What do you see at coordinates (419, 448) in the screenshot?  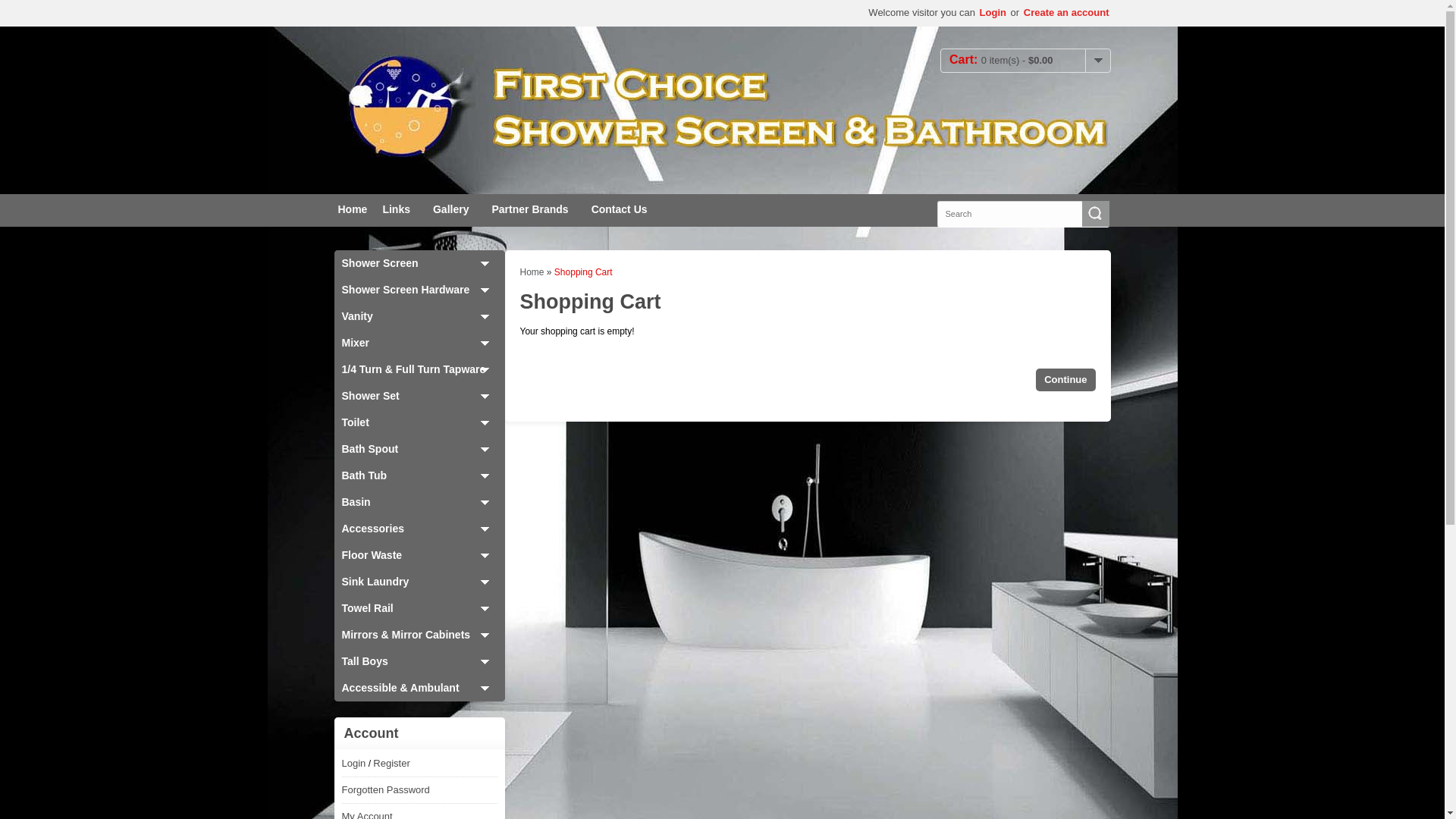 I see `'Bath Spout'` at bounding box center [419, 448].